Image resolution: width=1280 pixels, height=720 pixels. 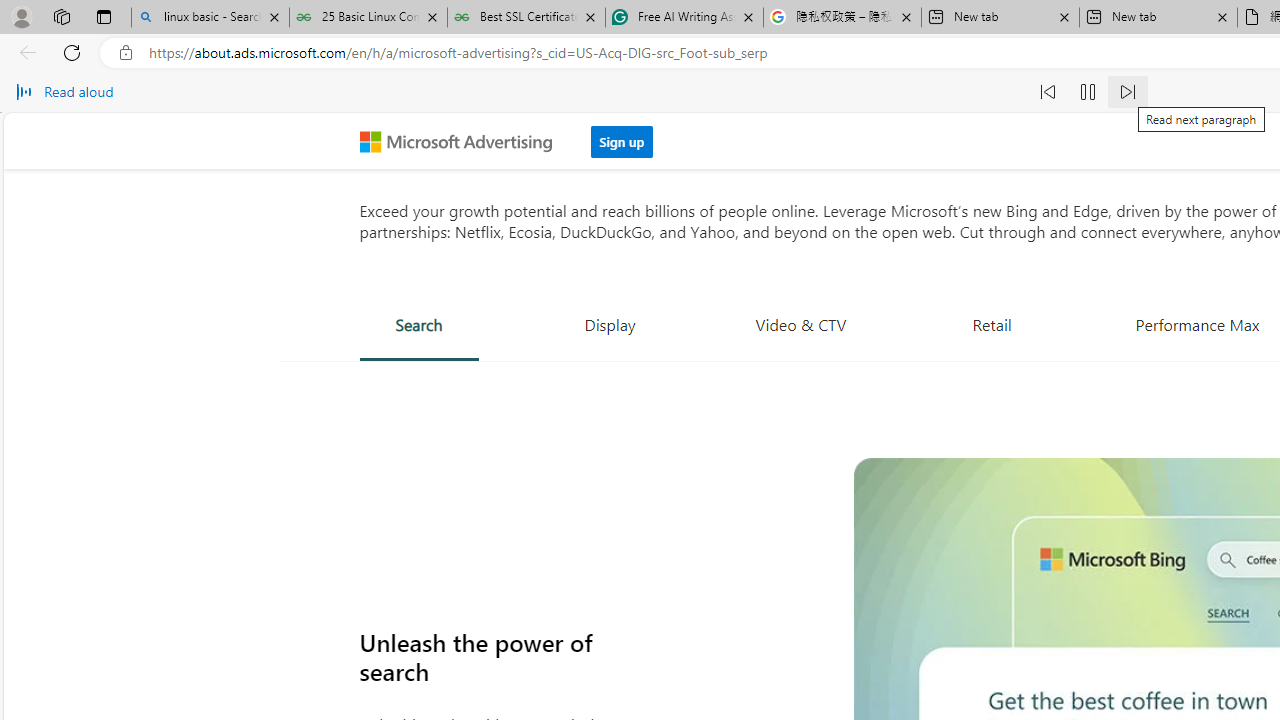 What do you see at coordinates (368, 17) in the screenshot?
I see `'25 Basic Linux Commands For Beginners - GeeksforGeeks'` at bounding box center [368, 17].